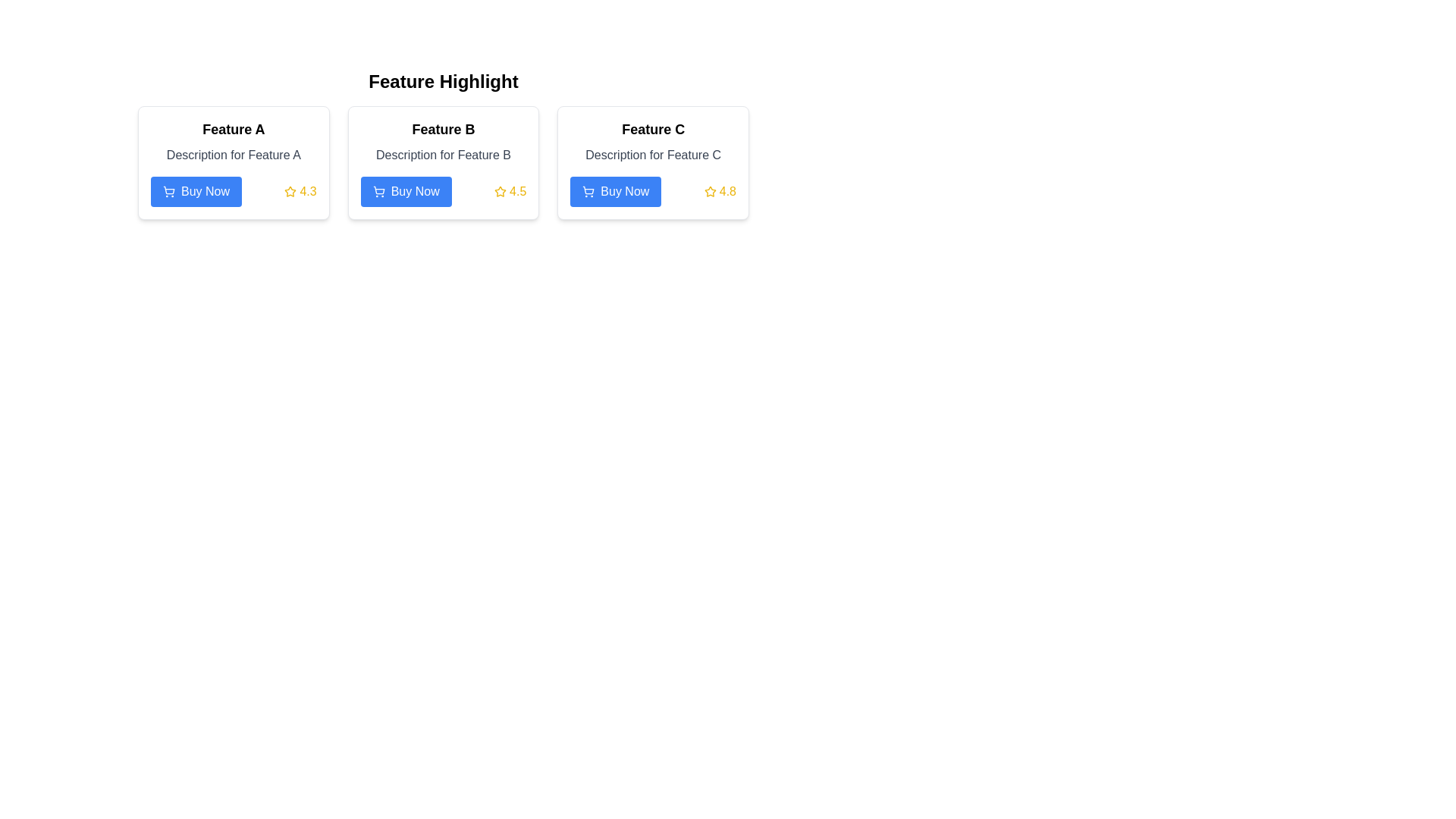 The width and height of the screenshot is (1456, 819). Describe the element at coordinates (378, 189) in the screenshot. I see `the shopping cart icon located within the 'Buy Now' button in the 'Feature B' card` at that location.